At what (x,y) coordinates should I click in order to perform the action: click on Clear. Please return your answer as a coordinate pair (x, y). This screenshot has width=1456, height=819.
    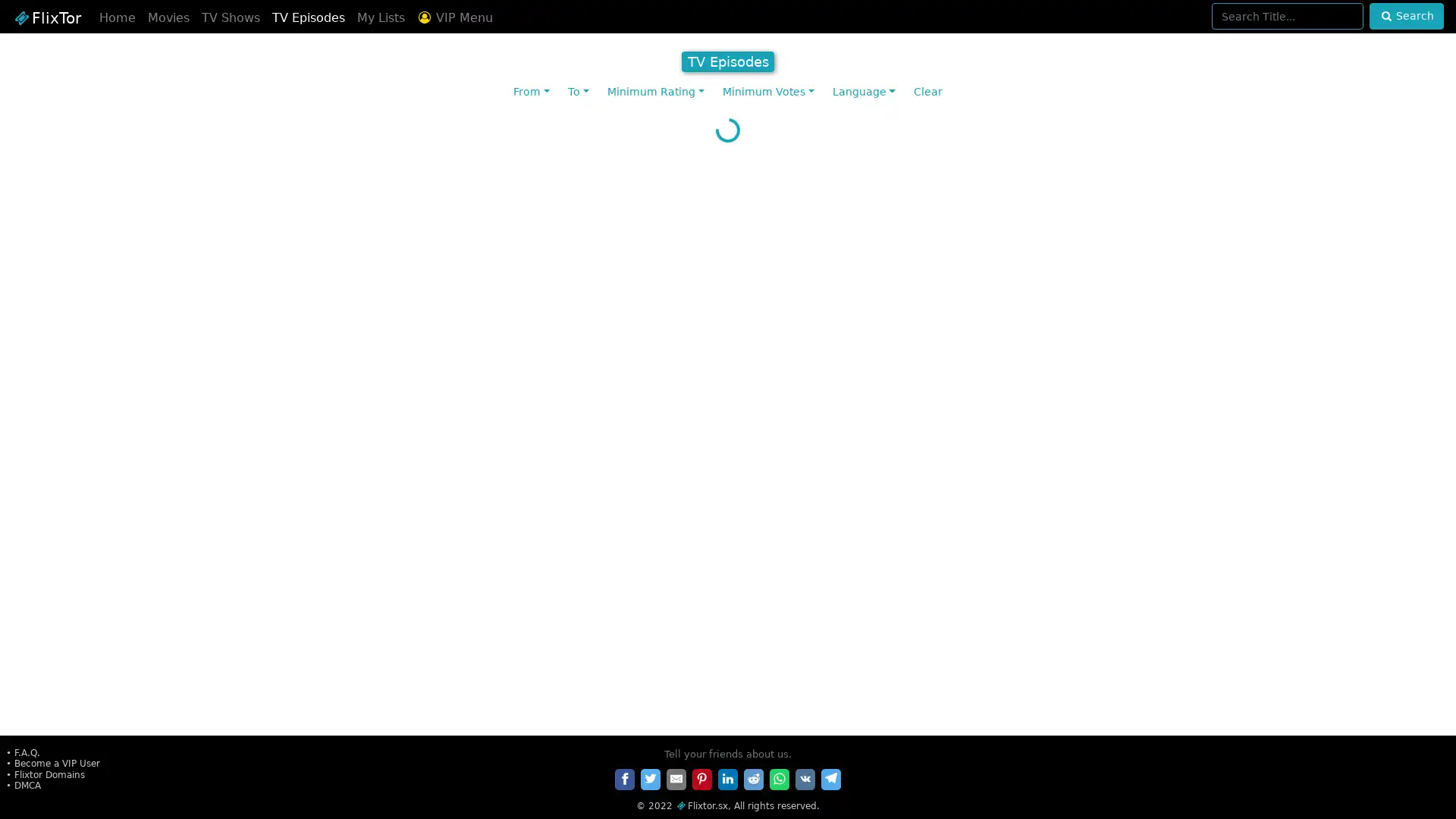
    Looking at the image, I should click on (927, 92).